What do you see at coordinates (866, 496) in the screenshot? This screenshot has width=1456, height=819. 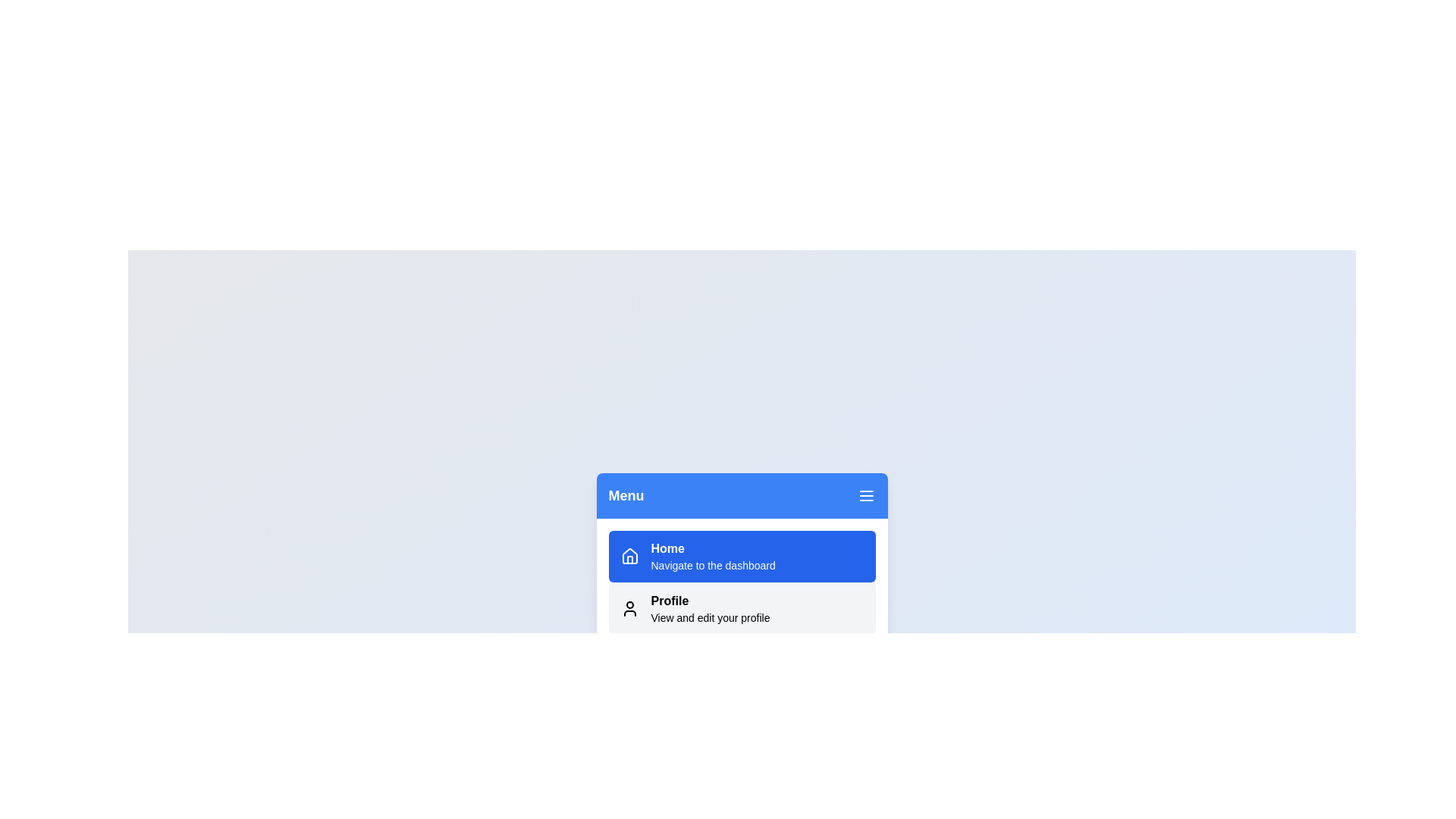 I see `the header menu icon to trigger its associated actions` at bounding box center [866, 496].